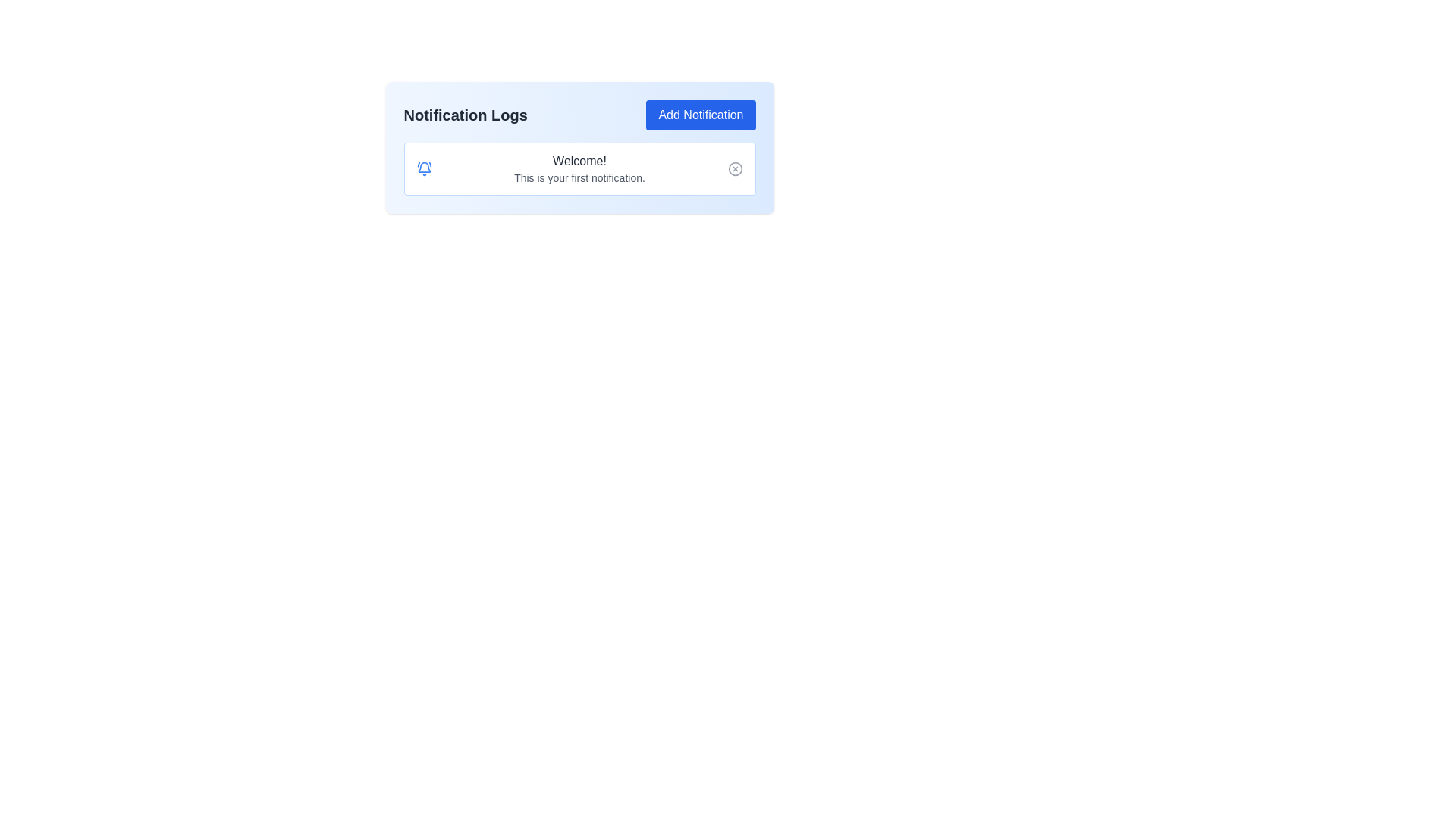 This screenshot has width=1456, height=819. Describe the element at coordinates (465, 114) in the screenshot. I see `the heading text 'Notification Logs', which is styled in a larger font size, bold, and dark color, located in the upper section of the interface, left-aligned next to the 'Add Notification' button` at that location.